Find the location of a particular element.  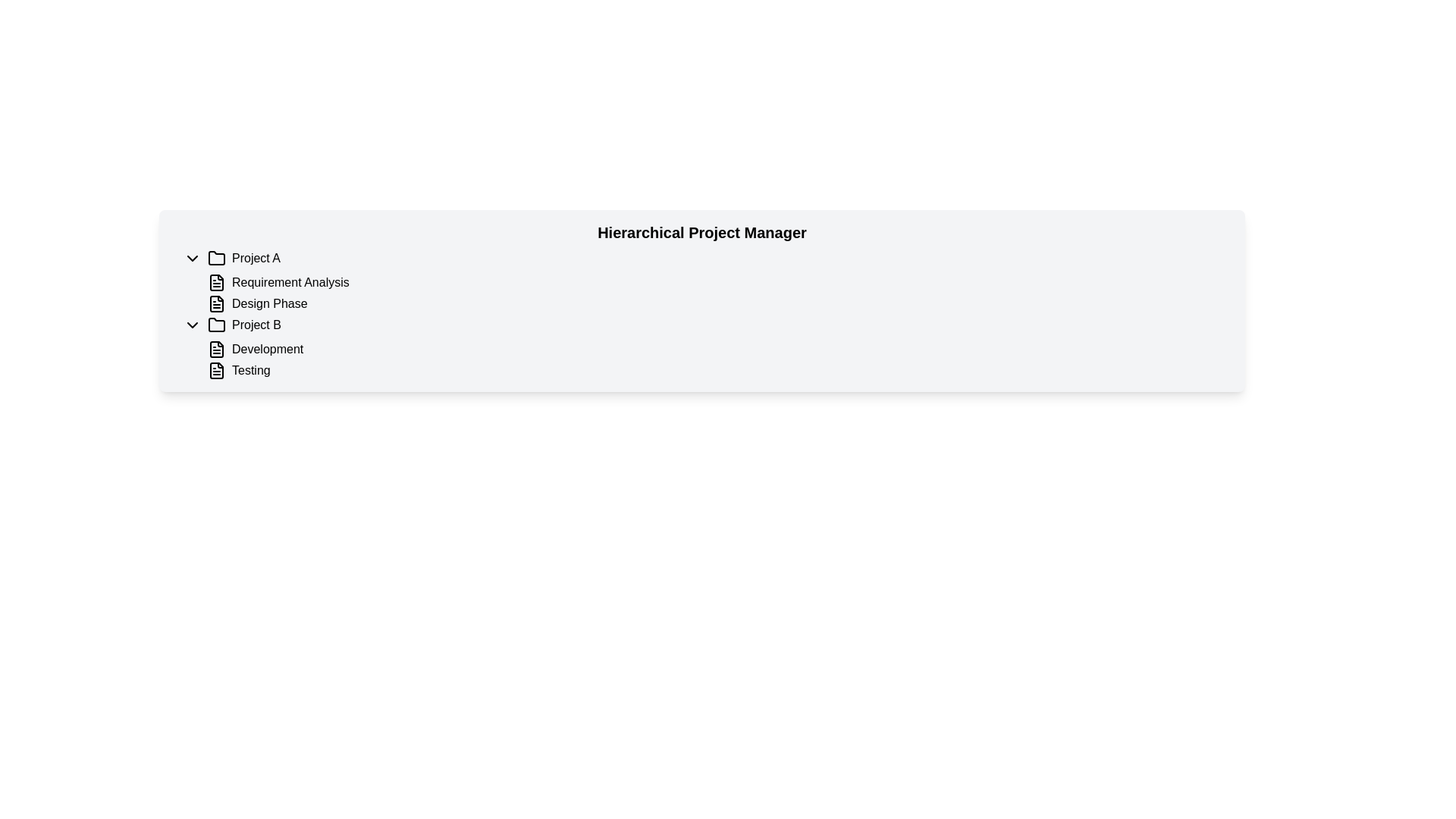

the label representing 'Requirement Analysis' under 'Project A' is located at coordinates (269, 304).